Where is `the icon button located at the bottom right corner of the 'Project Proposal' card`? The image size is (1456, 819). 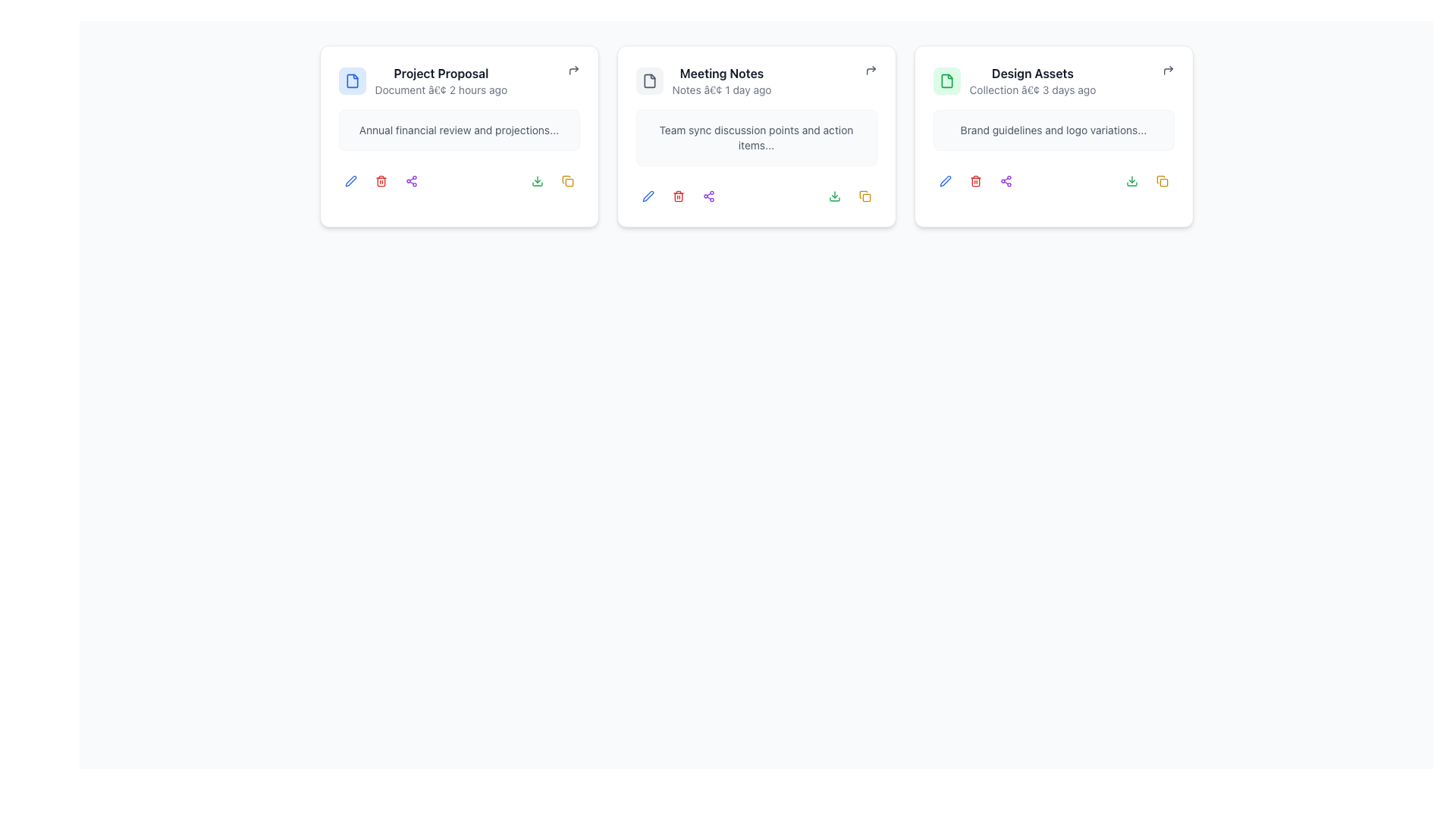
the icon button located at the bottom right corner of the 'Project Proposal' card is located at coordinates (566, 180).